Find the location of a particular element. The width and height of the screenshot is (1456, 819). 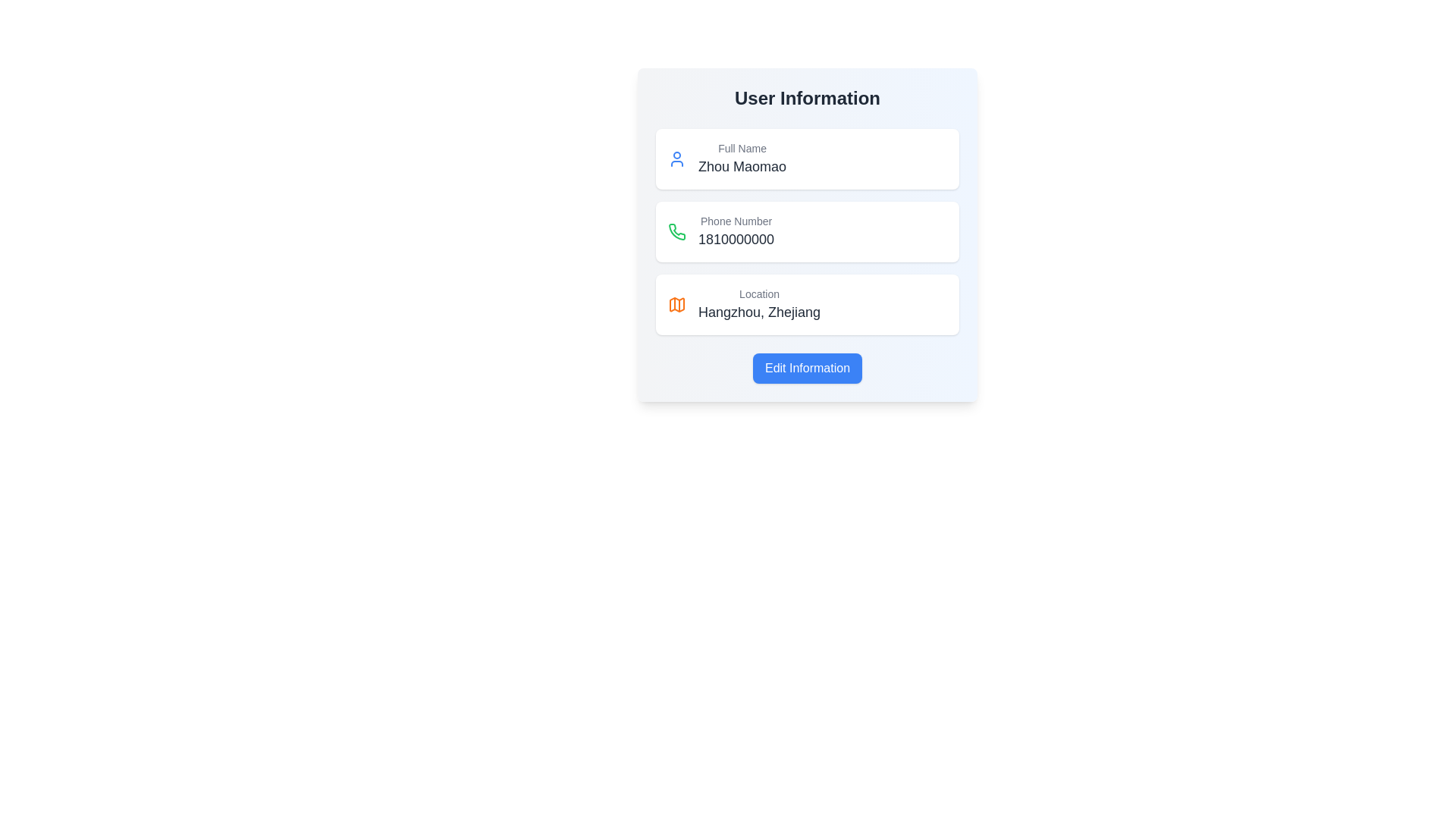

the displayed text 'Zhou Maomao' in the large-sized, gray-colored text label located below the 'Full Name' label on the top left side of the user information panel is located at coordinates (742, 166).